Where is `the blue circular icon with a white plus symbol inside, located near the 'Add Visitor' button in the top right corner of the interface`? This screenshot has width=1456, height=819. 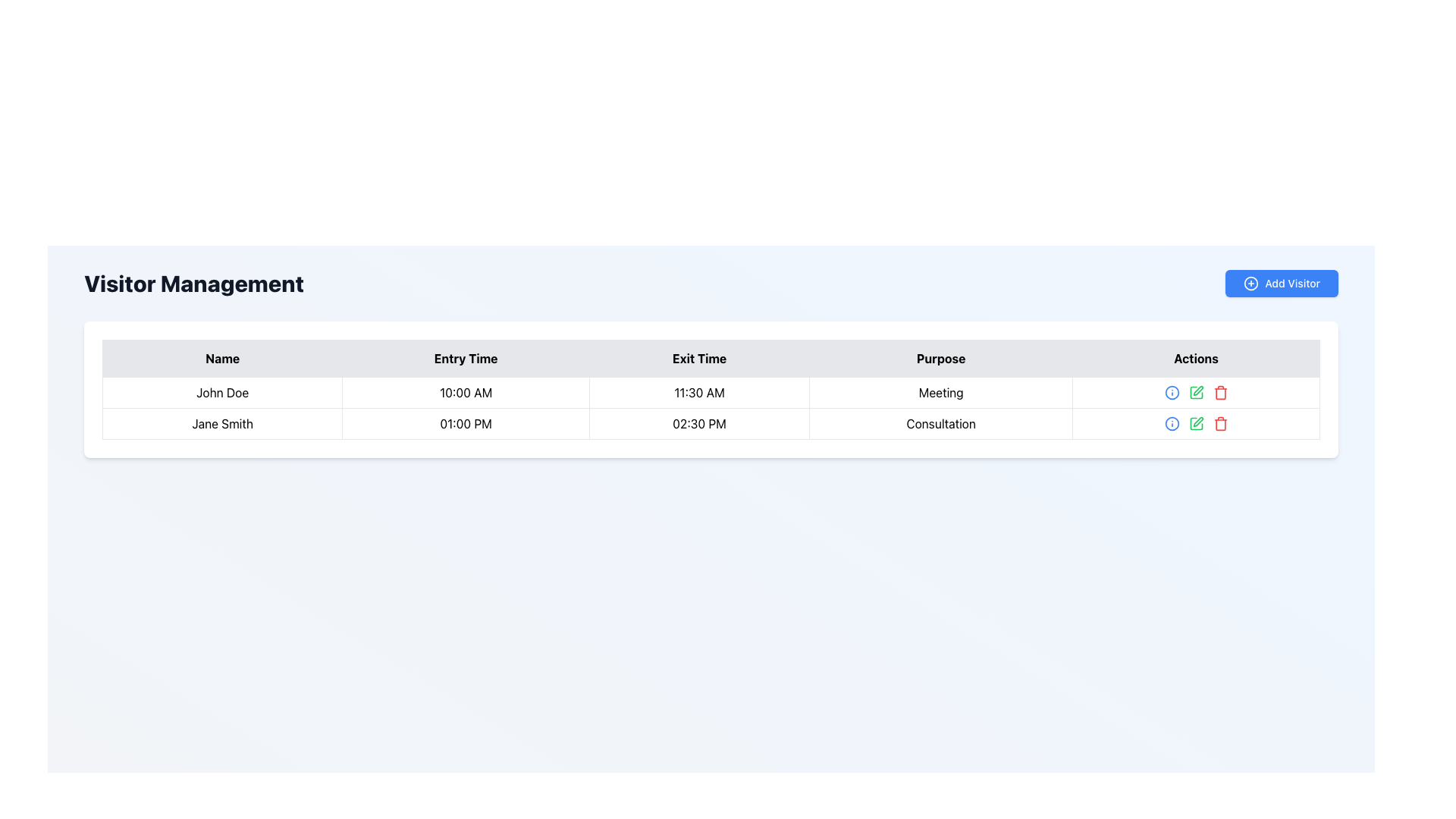 the blue circular icon with a white plus symbol inside, located near the 'Add Visitor' button in the top right corner of the interface is located at coordinates (1251, 284).